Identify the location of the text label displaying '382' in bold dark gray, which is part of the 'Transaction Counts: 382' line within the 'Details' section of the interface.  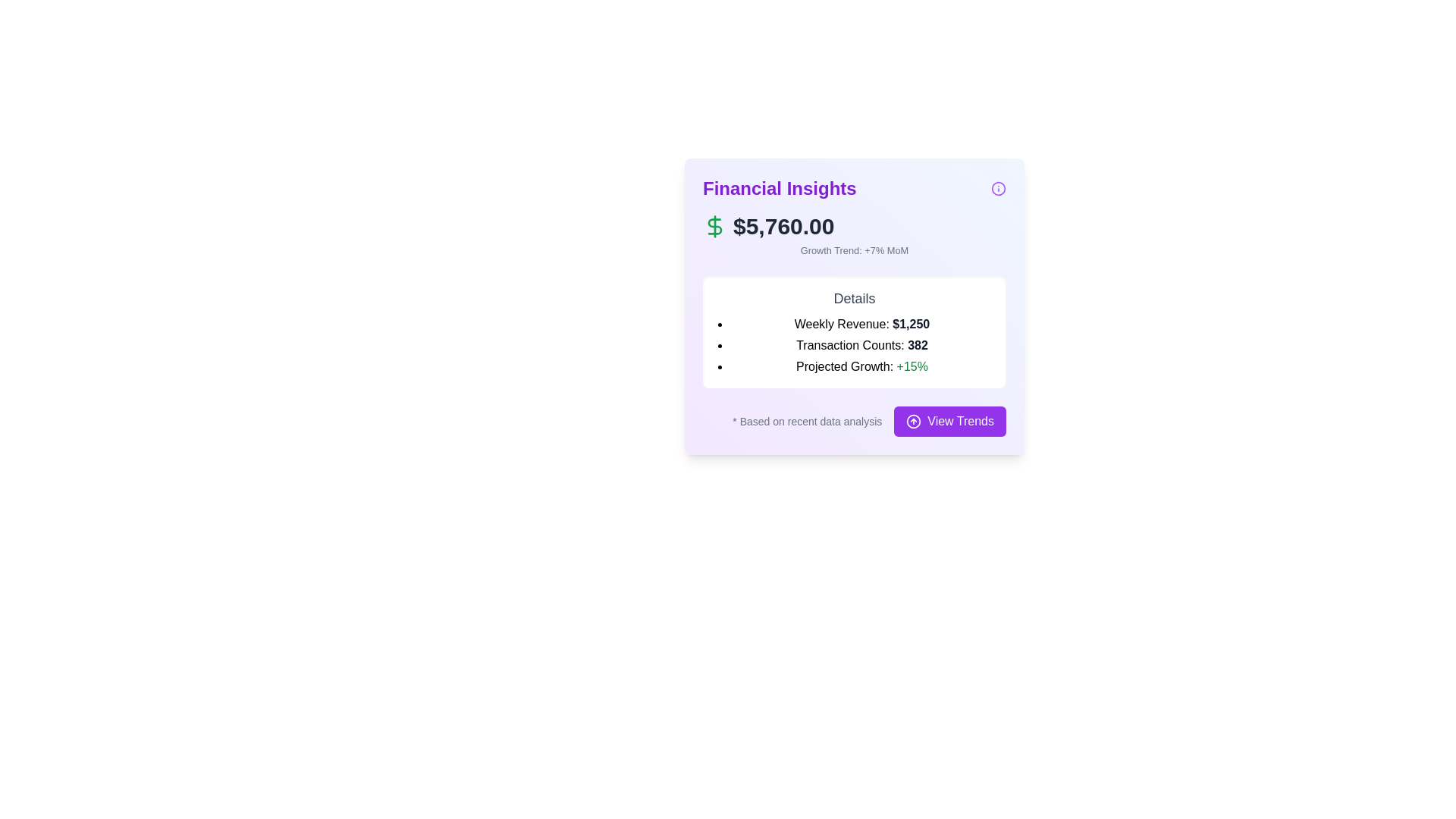
(917, 345).